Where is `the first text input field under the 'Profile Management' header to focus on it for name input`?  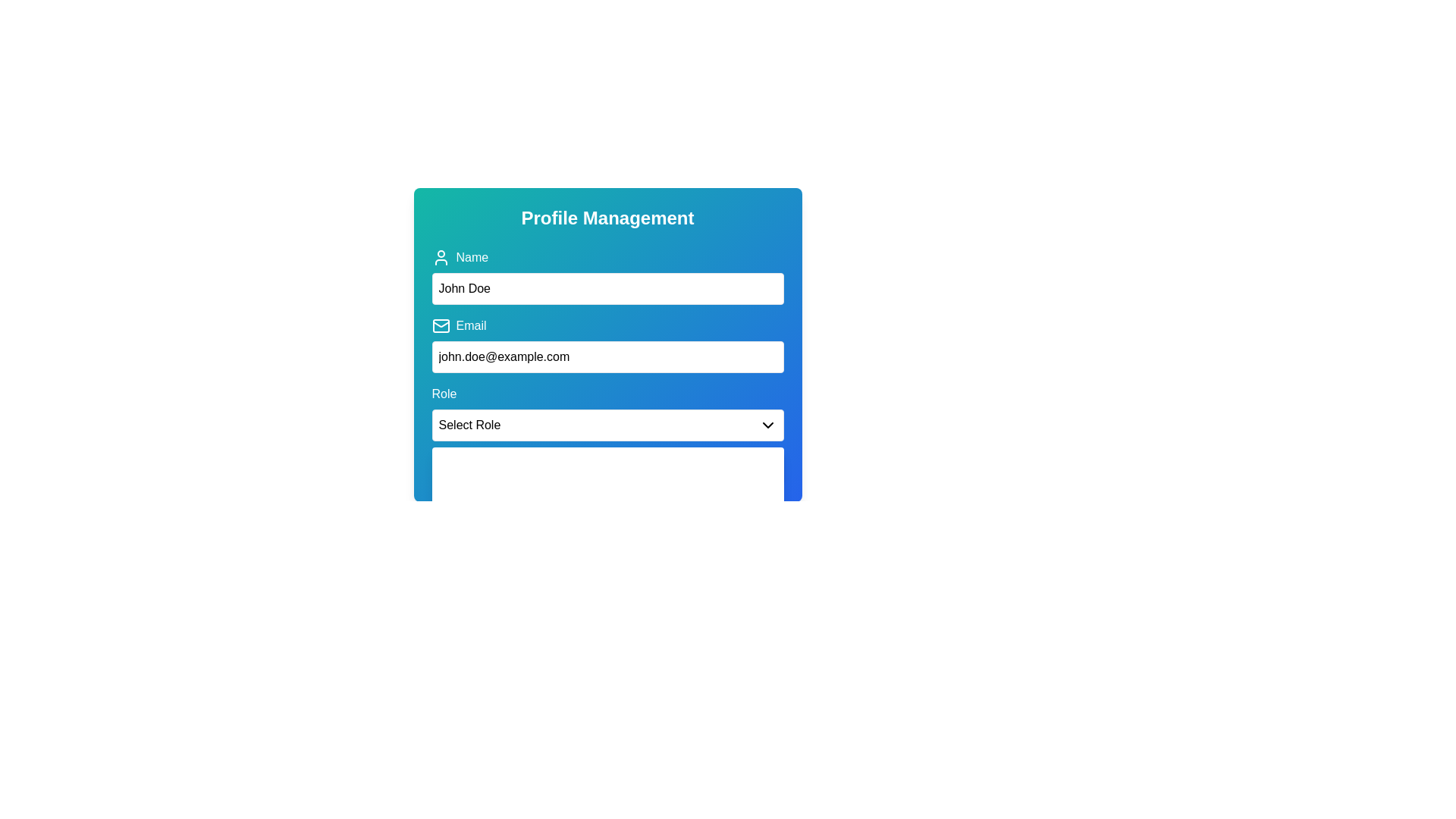
the first text input field under the 'Profile Management' header to focus on it for name input is located at coordinates (607, 277).